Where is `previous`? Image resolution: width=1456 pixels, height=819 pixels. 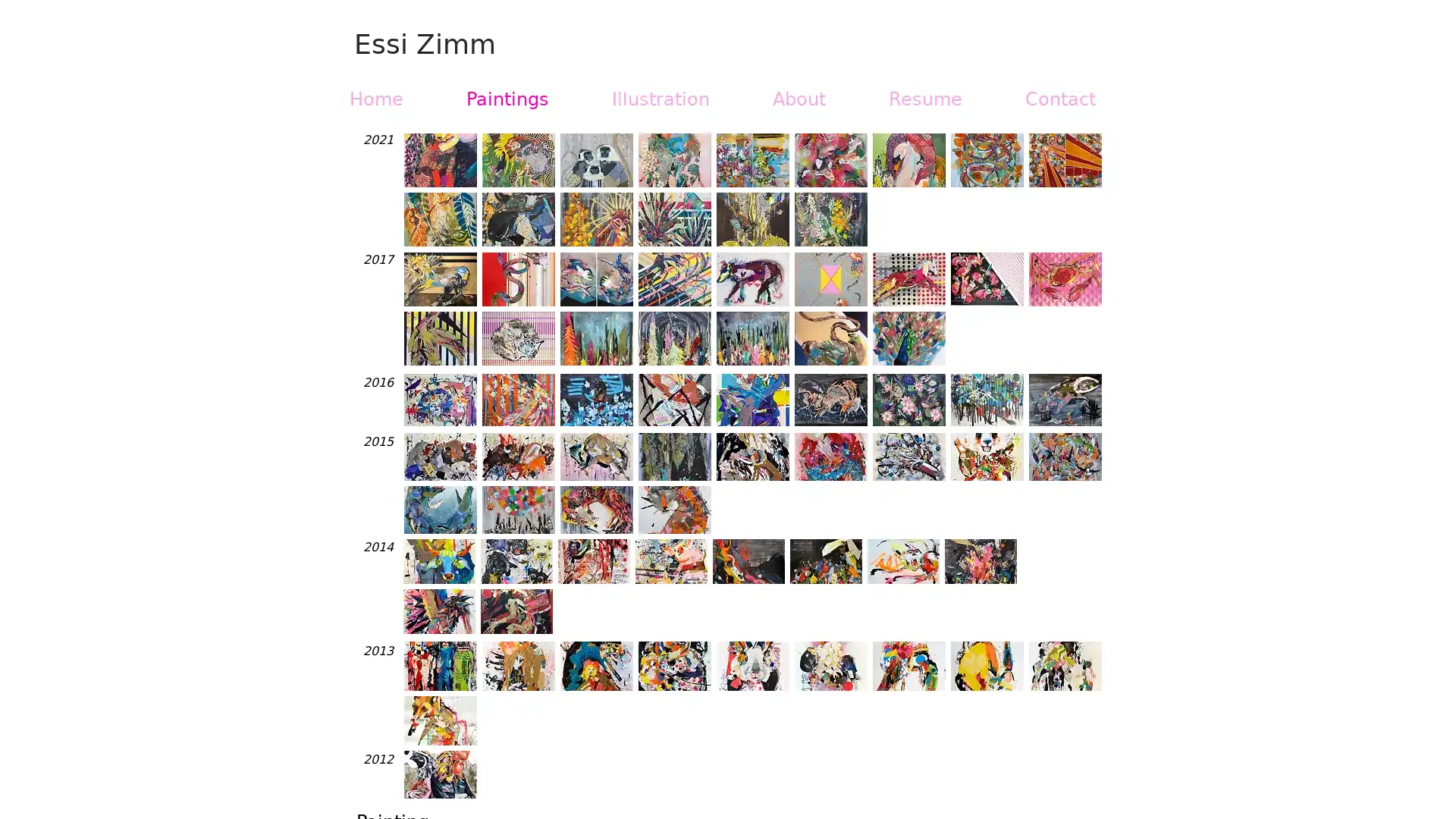 previous is located at coordinates (435, 202).